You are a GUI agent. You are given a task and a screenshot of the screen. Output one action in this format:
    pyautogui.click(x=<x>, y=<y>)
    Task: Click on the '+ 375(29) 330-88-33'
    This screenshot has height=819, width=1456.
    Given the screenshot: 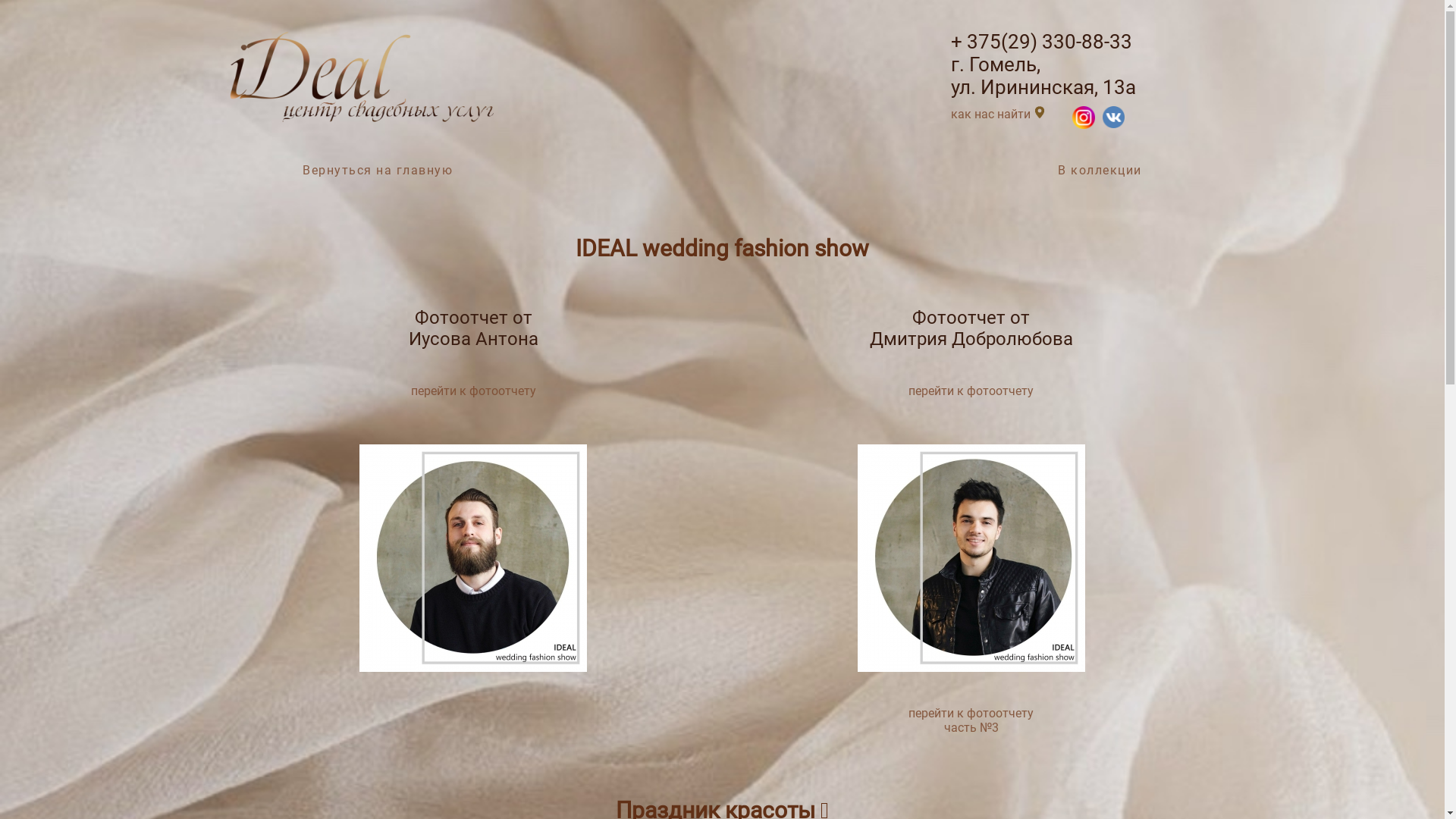 What is the action you would take?
    pyautogui.click(x=949, y=40)
    